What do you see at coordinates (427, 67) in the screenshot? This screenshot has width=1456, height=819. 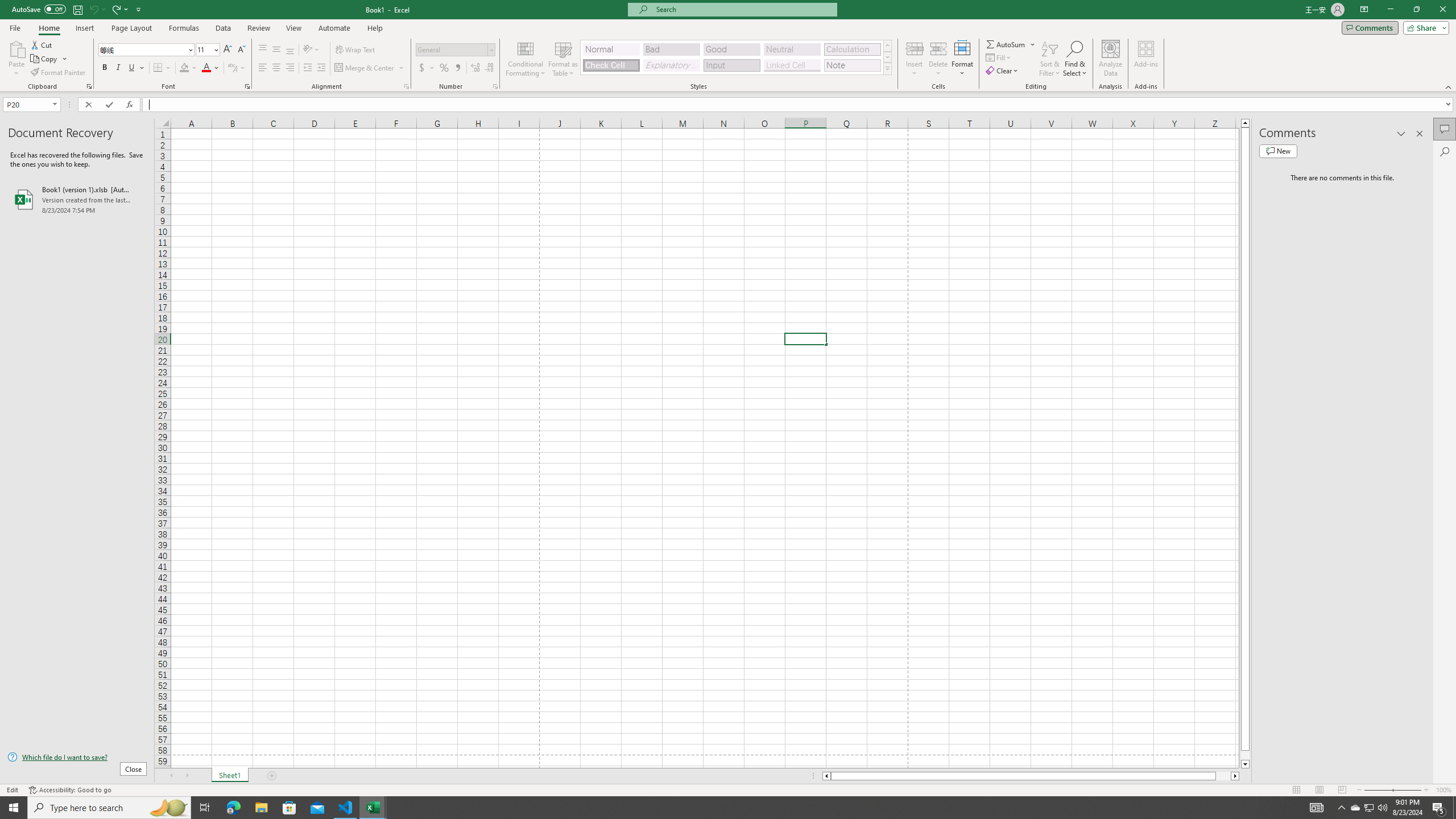 I see `'Accounting Number Format'` at bounding box center [427, 67].